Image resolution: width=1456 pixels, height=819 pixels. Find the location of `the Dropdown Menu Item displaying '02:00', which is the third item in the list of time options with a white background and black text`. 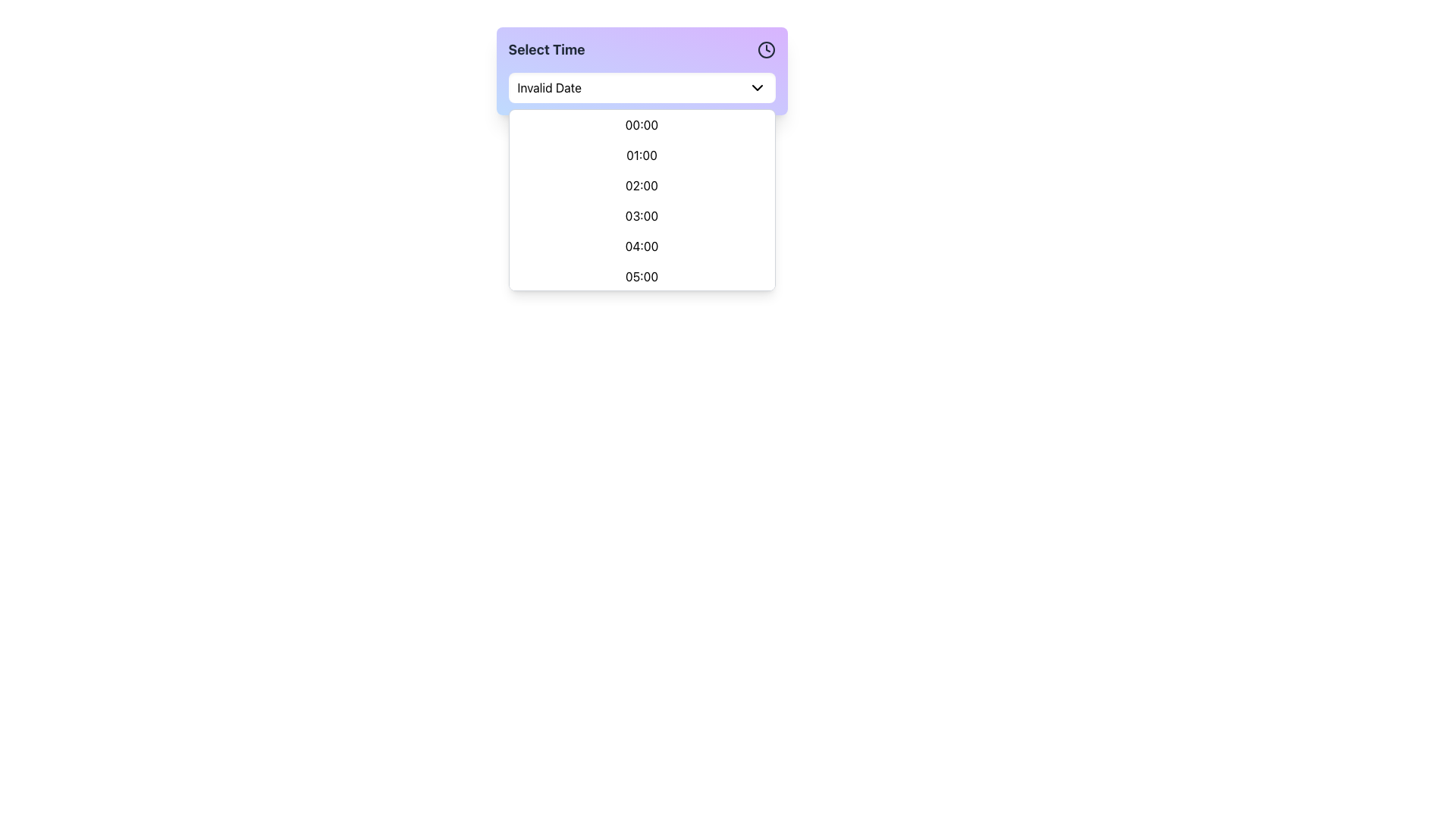

the Dropdown Menu Item displaying '02:00', which is the third item in the list of time options with a white background and black text is located at coordinates (642, 185).